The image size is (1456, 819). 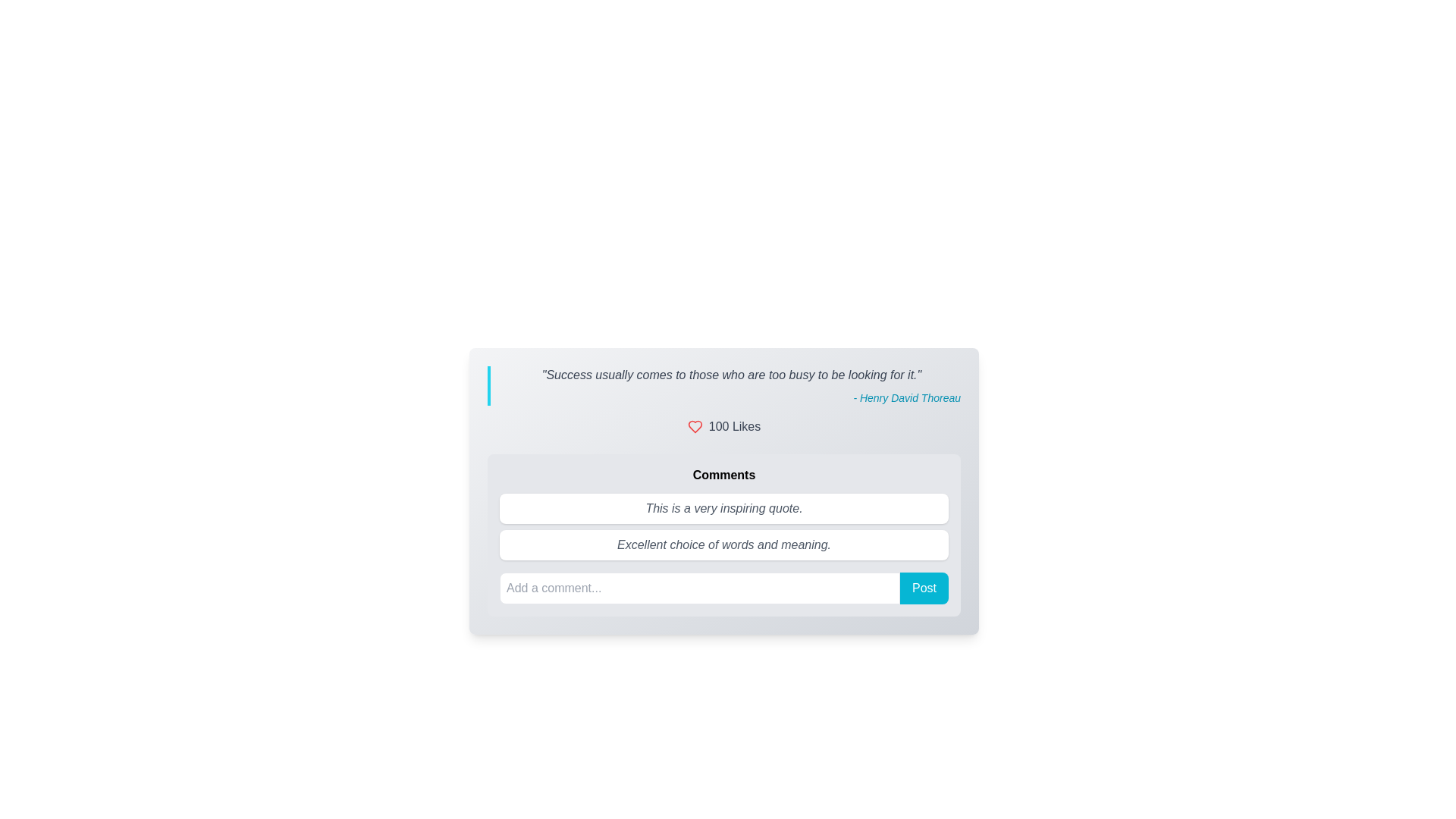 I want to click on the display text field in the comments section that showcases a user's comment or quoted text, positioned centrally and visually highlighted, so click(x=723, y=509).